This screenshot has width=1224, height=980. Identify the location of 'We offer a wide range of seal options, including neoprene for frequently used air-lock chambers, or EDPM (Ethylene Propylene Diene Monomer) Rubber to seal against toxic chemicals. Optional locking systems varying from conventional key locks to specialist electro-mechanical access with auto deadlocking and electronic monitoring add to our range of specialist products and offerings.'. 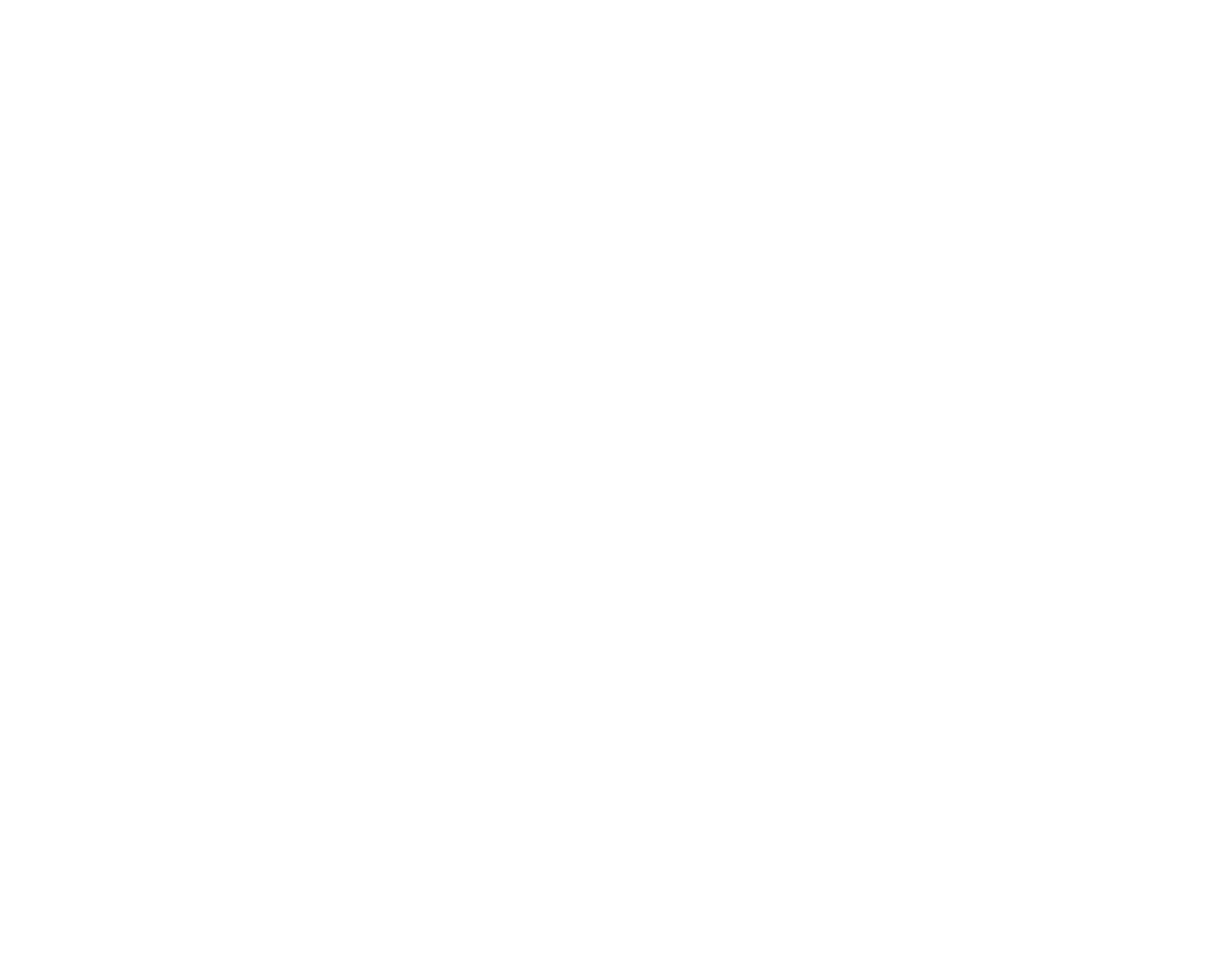
(595, 250).